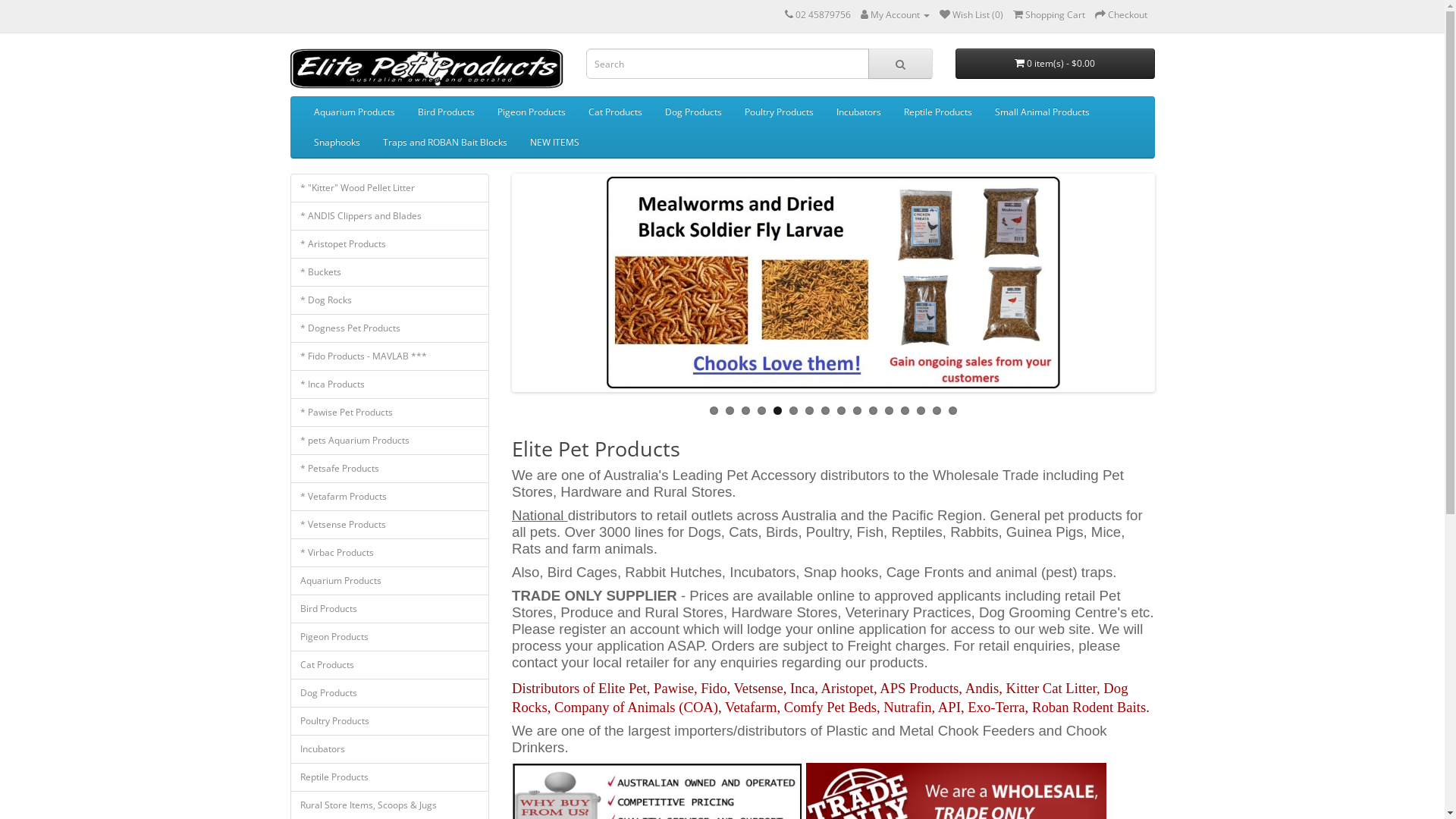 The image size is (1456, 819). I want to click on '* Virbac Products', so click(389, 553).